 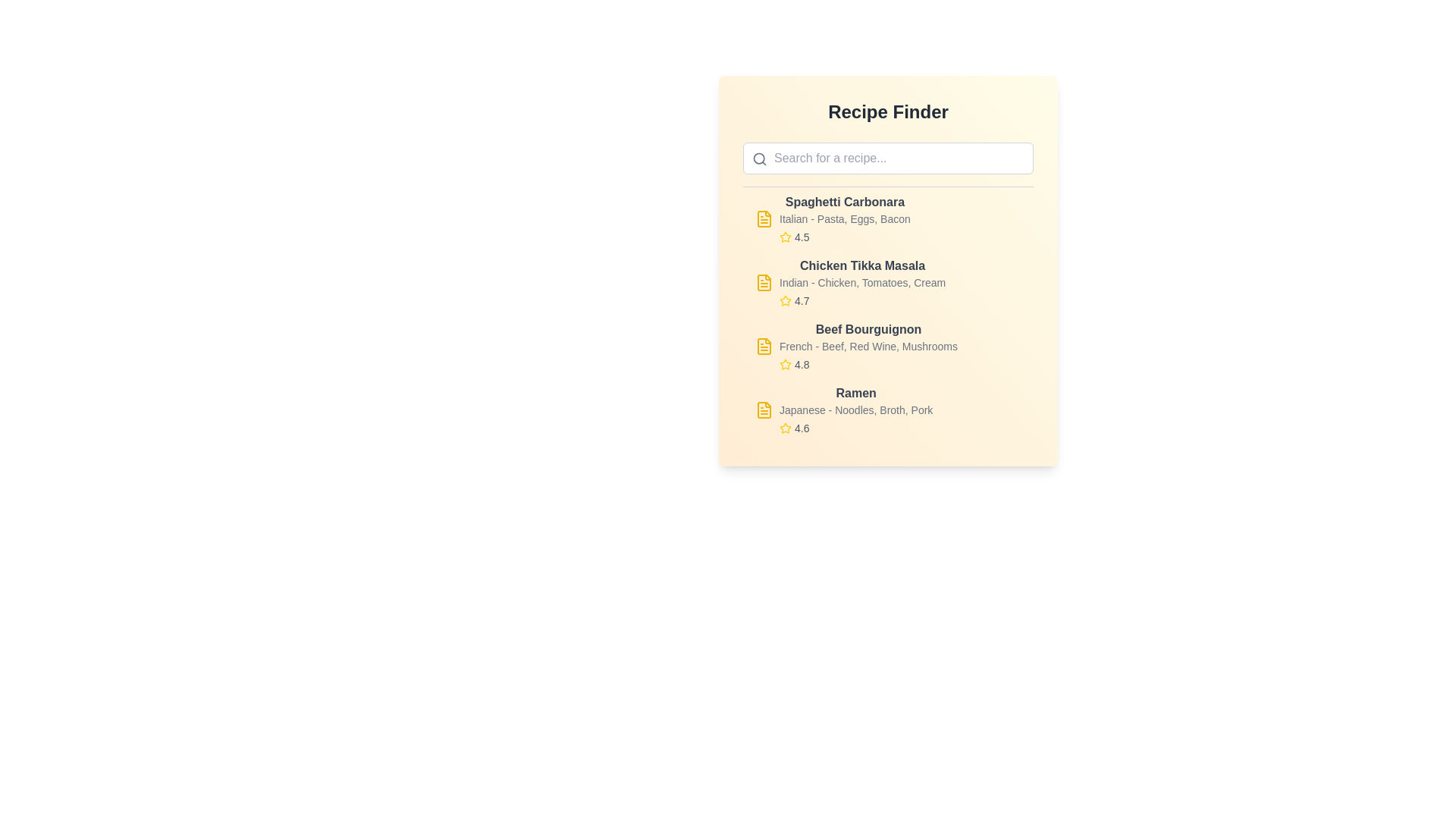 I want to click on the yellow document icon positioned to the left of the 'Spaghetti Carbonara' recipe title if it is interactive, so click(x=764, y=219).